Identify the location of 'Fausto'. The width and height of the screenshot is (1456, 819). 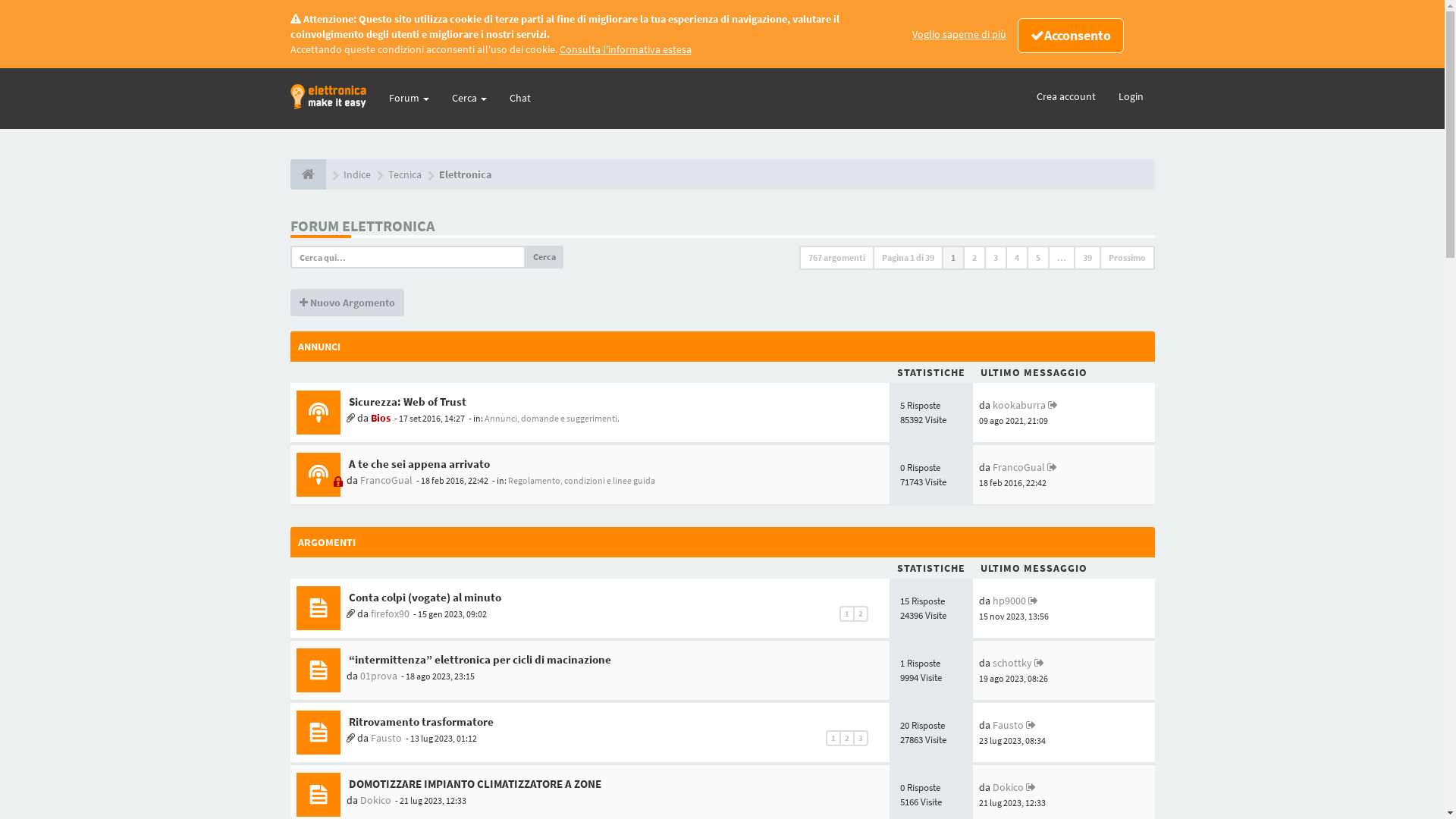
(370, 736).